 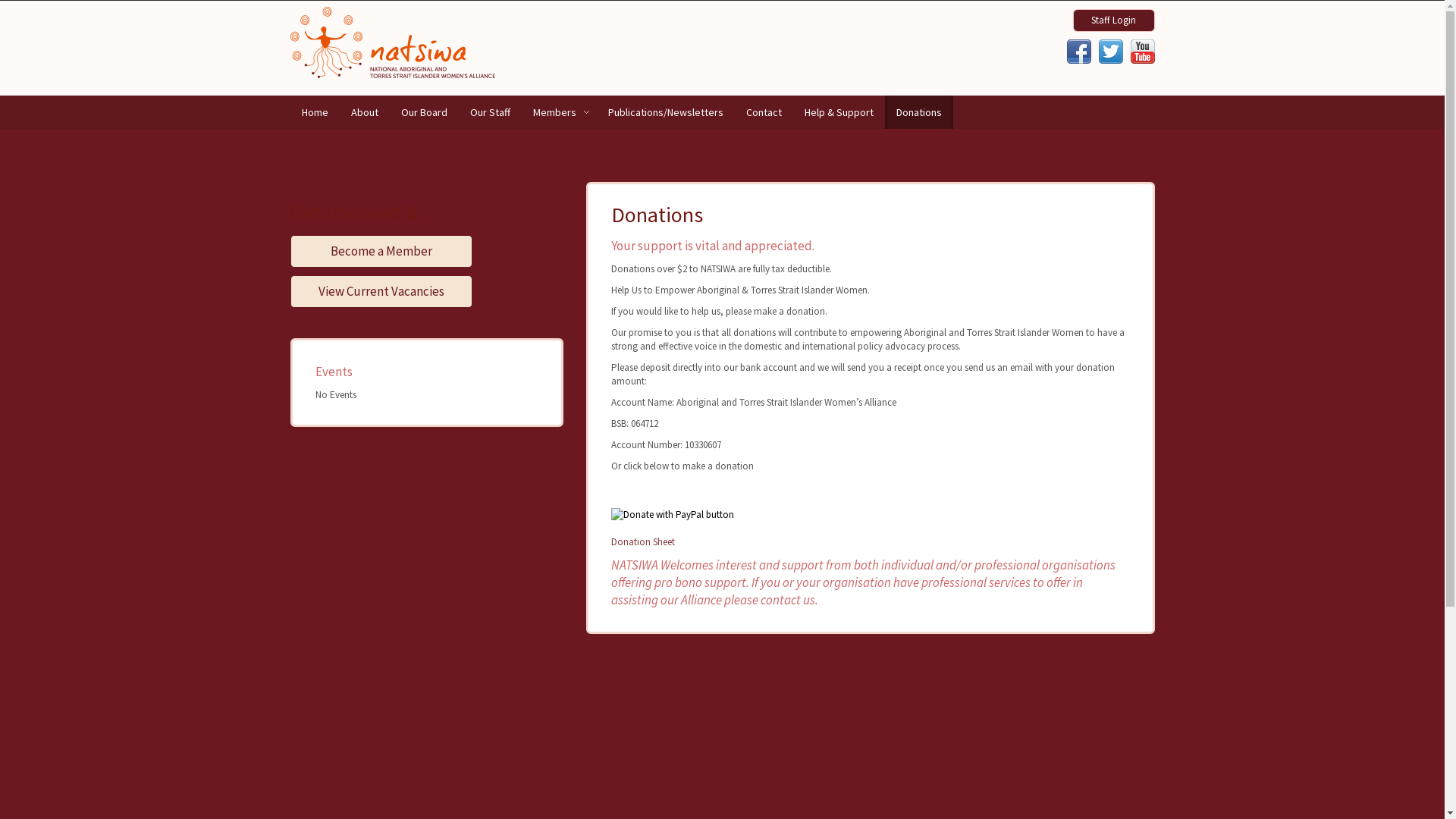 I want to click on 'Members', so click(x=558, y=111).